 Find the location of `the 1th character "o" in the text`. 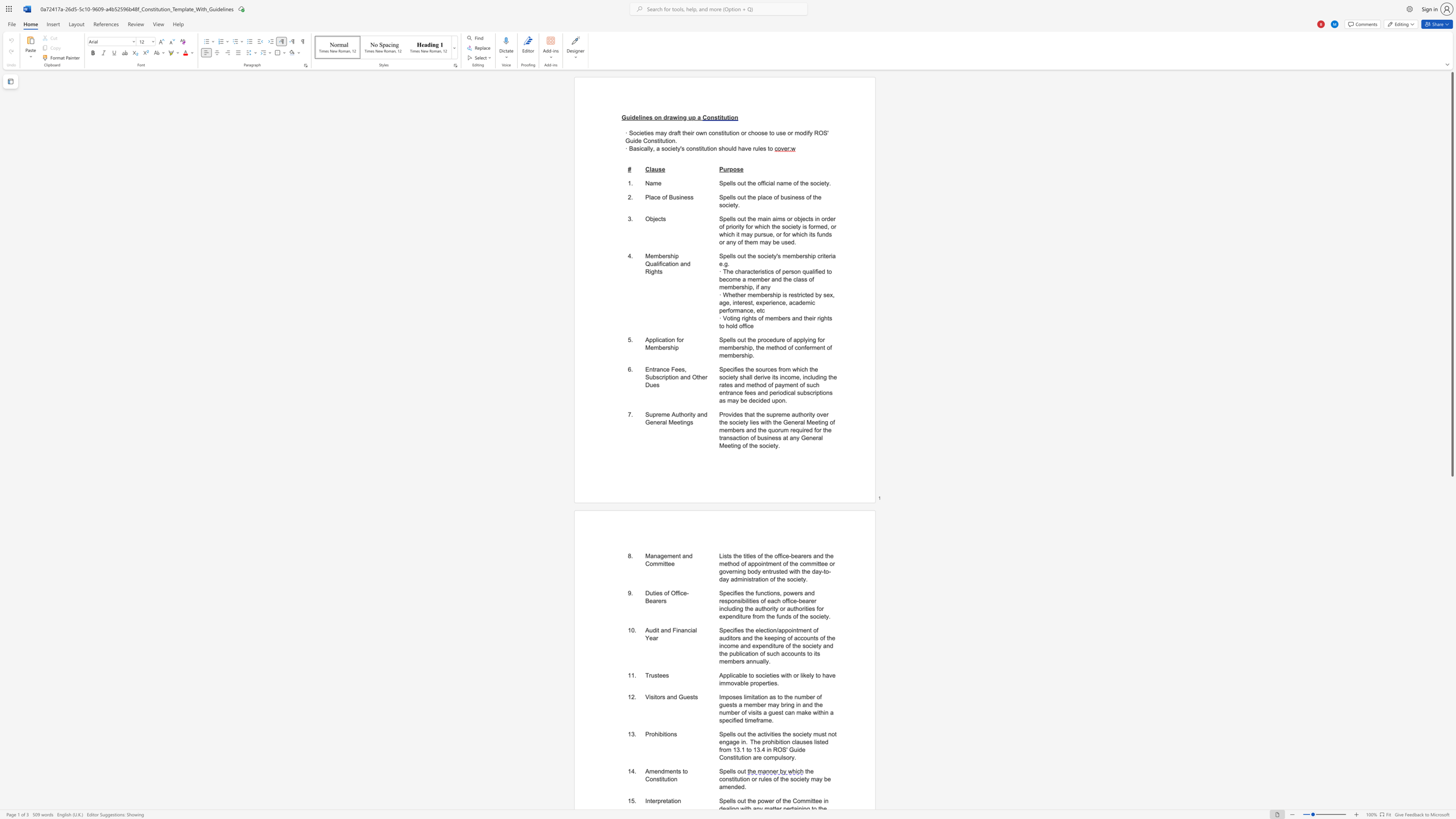

the 1th character "o" in the text is located at coordinates (739, 183).